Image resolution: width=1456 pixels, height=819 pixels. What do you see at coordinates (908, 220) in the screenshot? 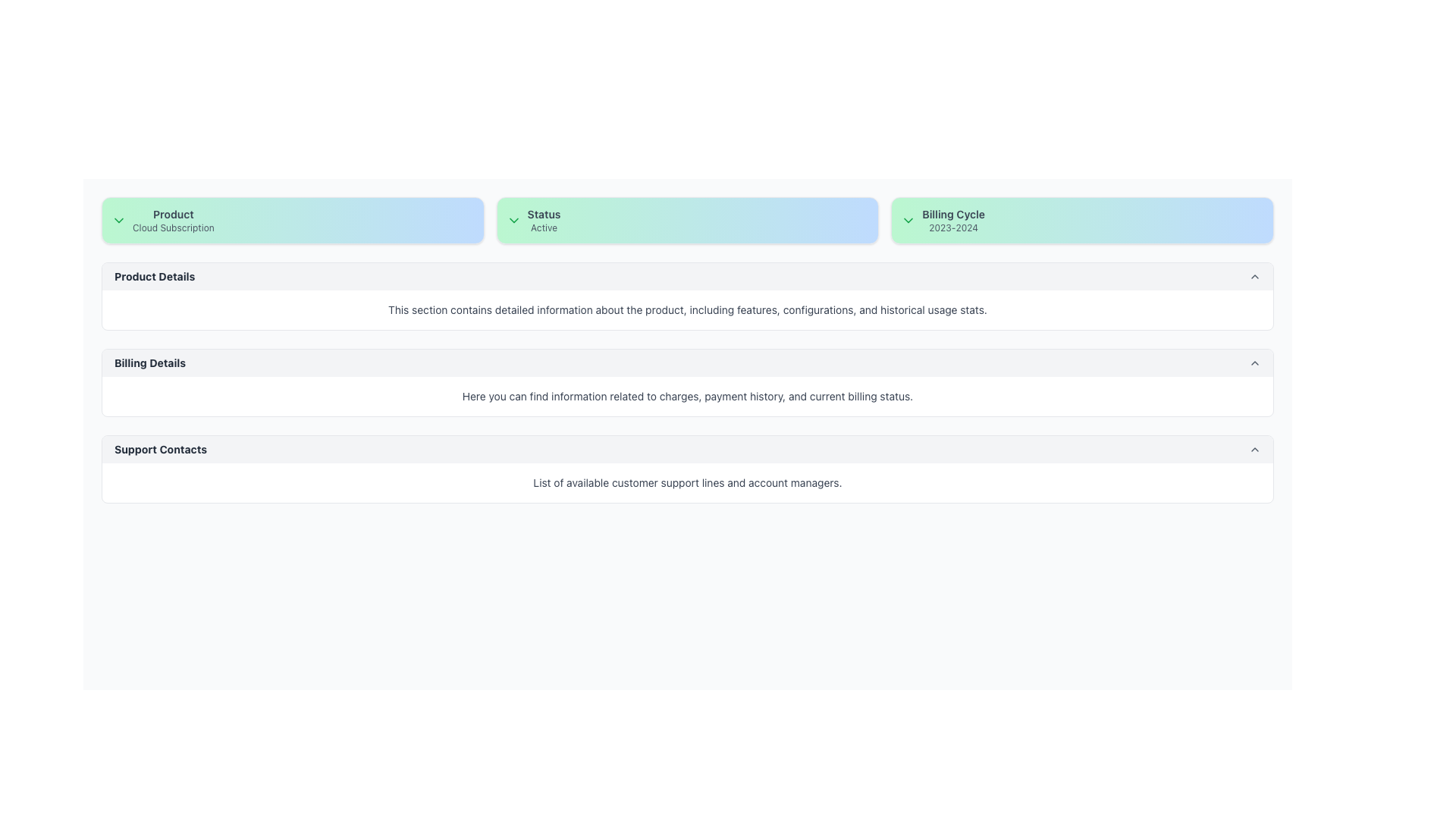
I see `the downward-pointing chevron icon` at bounding box center [908, 220].